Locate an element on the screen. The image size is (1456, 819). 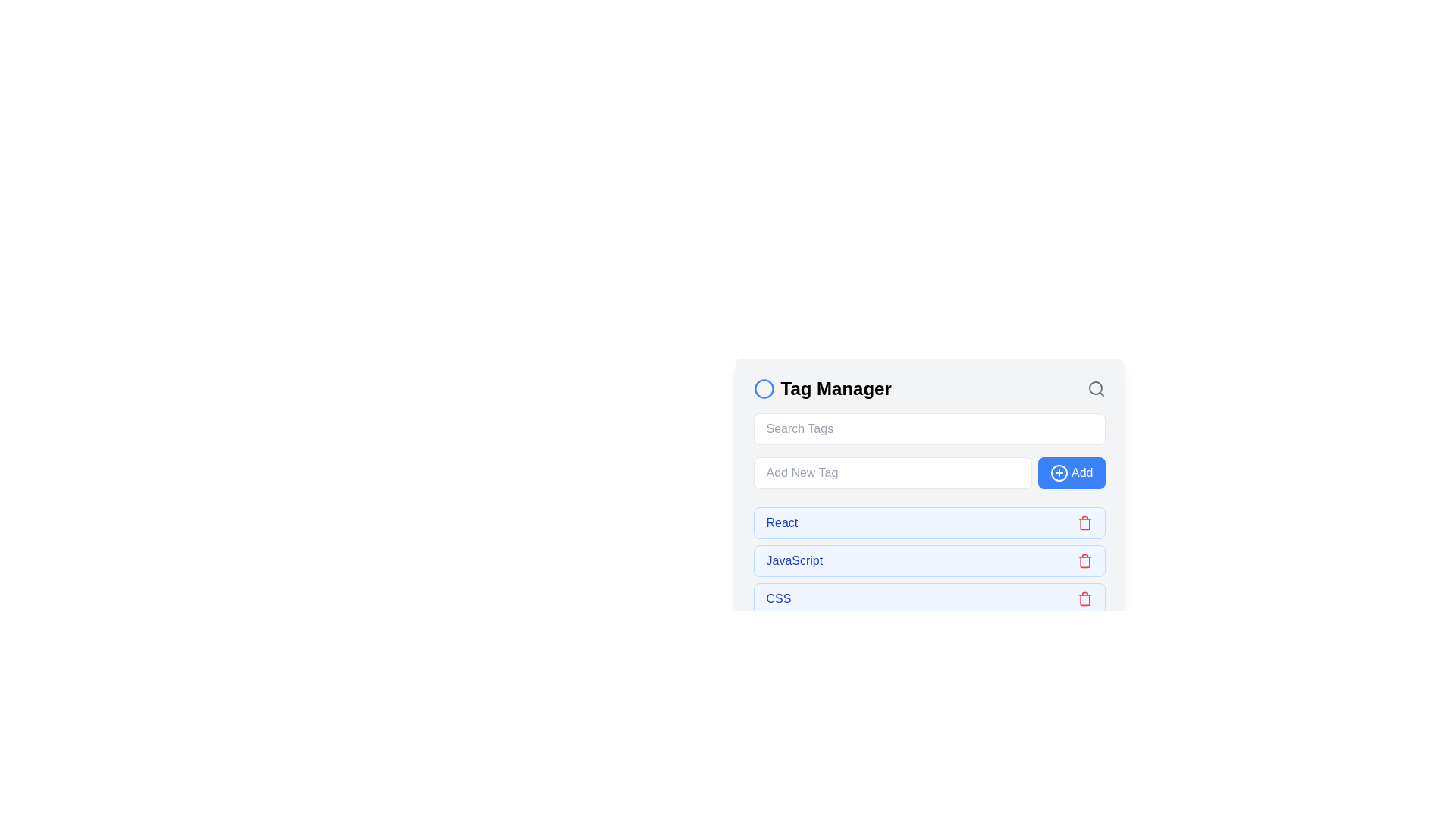
the red trashcan icon button located on the far right of the 'CSS' tag row is located at coordinates (1084, 598).